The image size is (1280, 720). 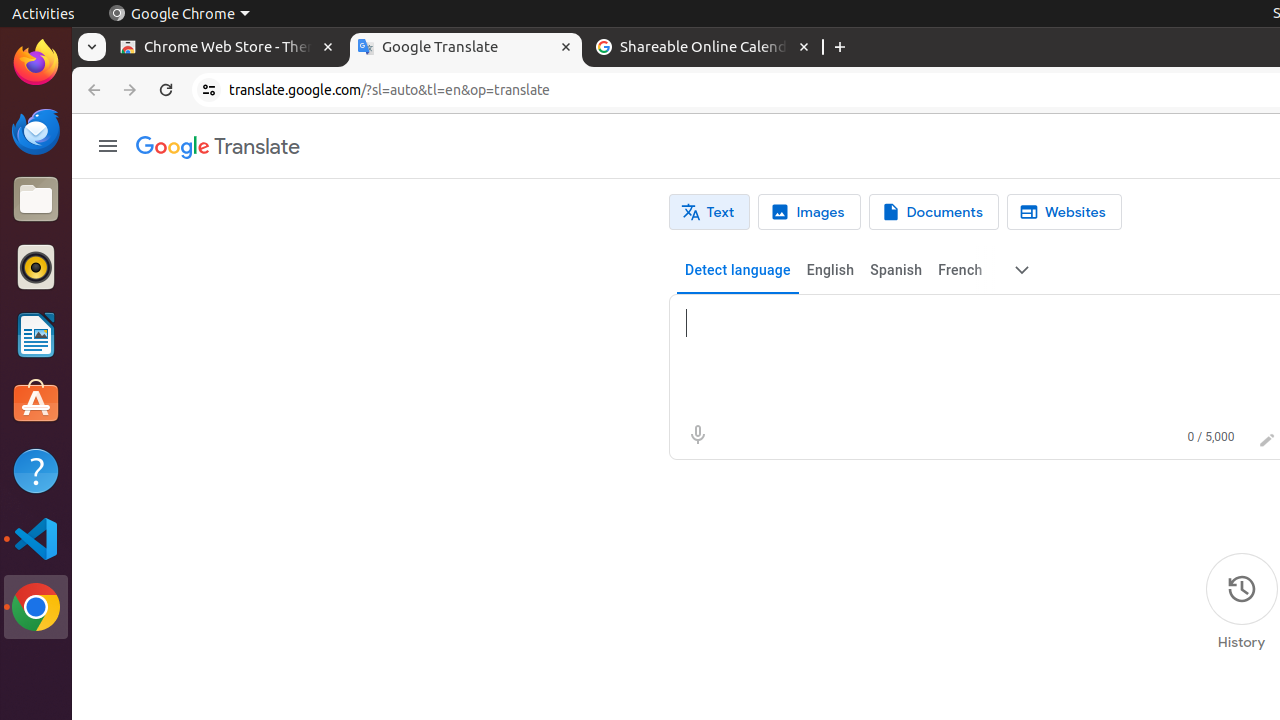 What do you see at coordinates (209, 90) in the screenshot?
I see `'View site information'` at bounding box center [209, 90].